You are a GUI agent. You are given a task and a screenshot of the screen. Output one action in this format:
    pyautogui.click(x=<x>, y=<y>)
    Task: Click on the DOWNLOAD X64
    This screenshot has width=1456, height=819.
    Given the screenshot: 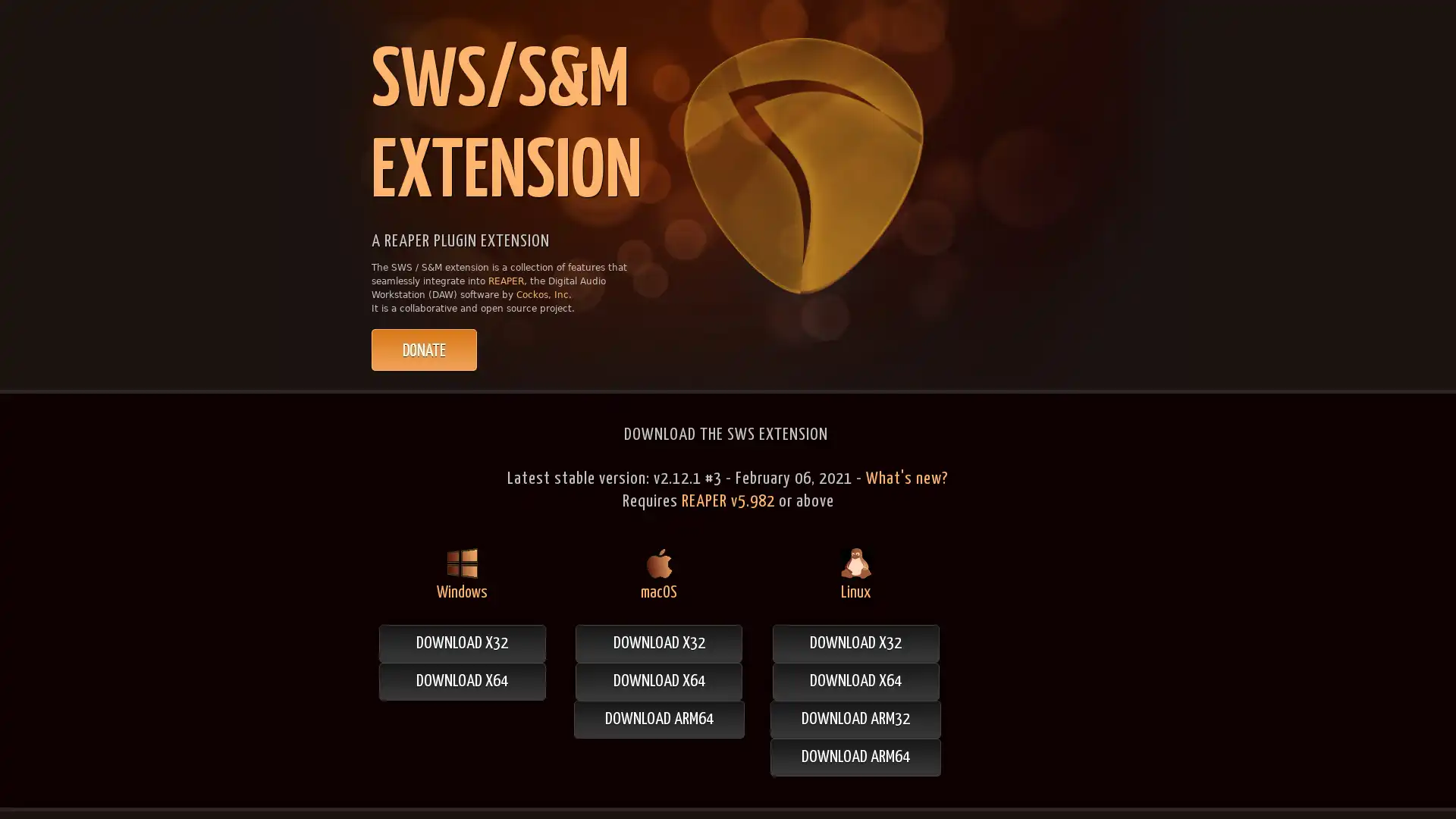 What is the action you would take?
    pyautogui.click(x=971, y=680)
    